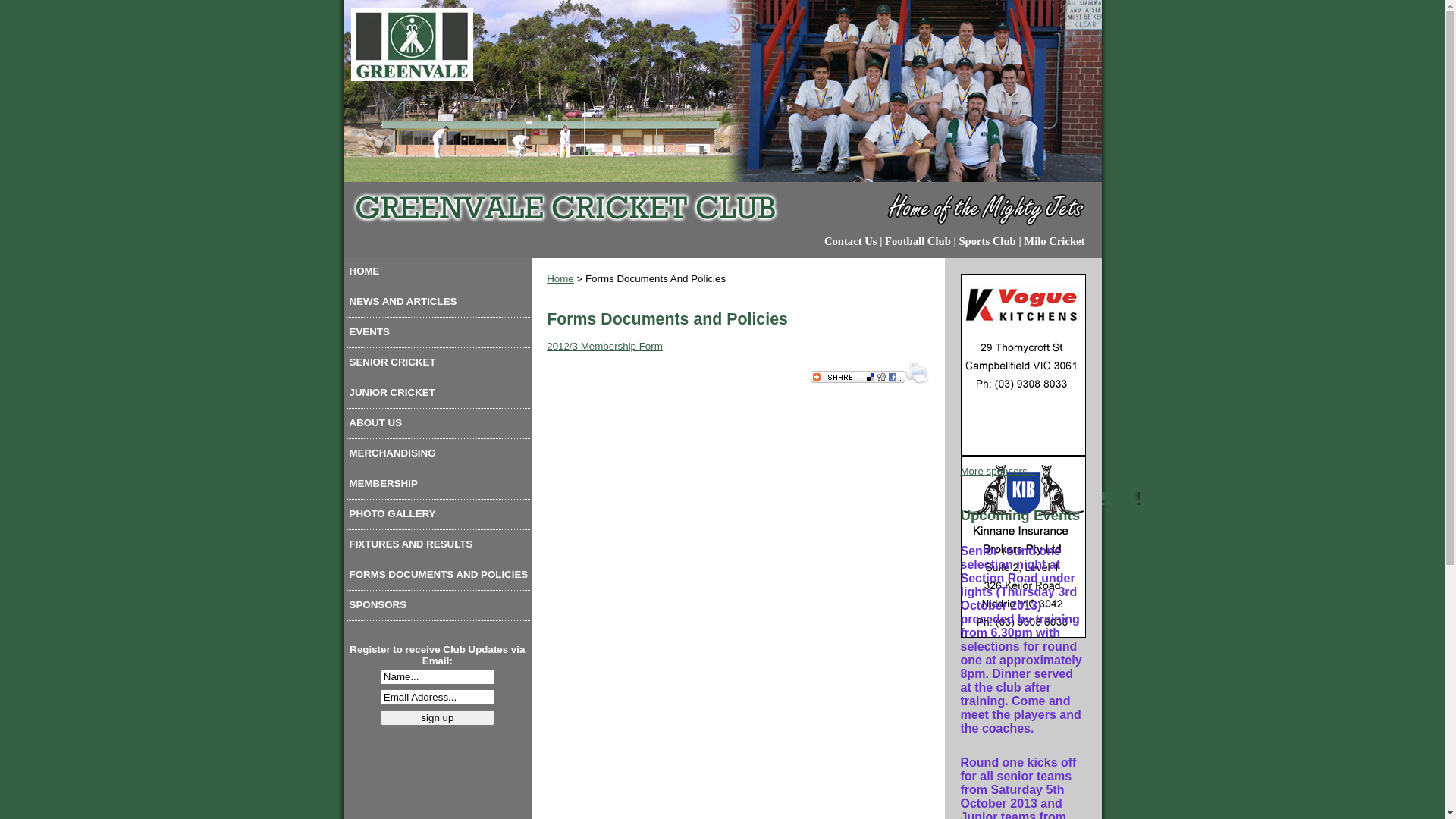  What do you see at coordinates (438, 304) in the screenshot?
I see `'NEWS AND ARTICLES'` at bounding box center [438, 304].